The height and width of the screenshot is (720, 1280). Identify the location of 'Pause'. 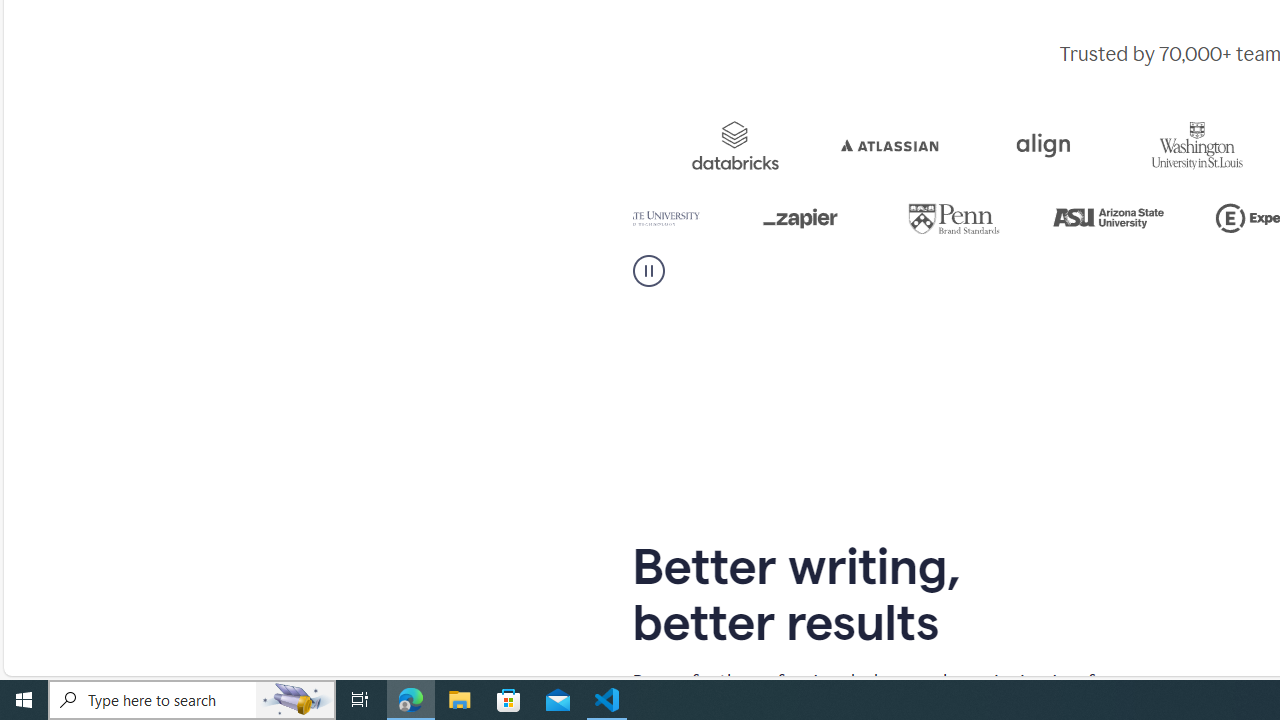
(648, 271).